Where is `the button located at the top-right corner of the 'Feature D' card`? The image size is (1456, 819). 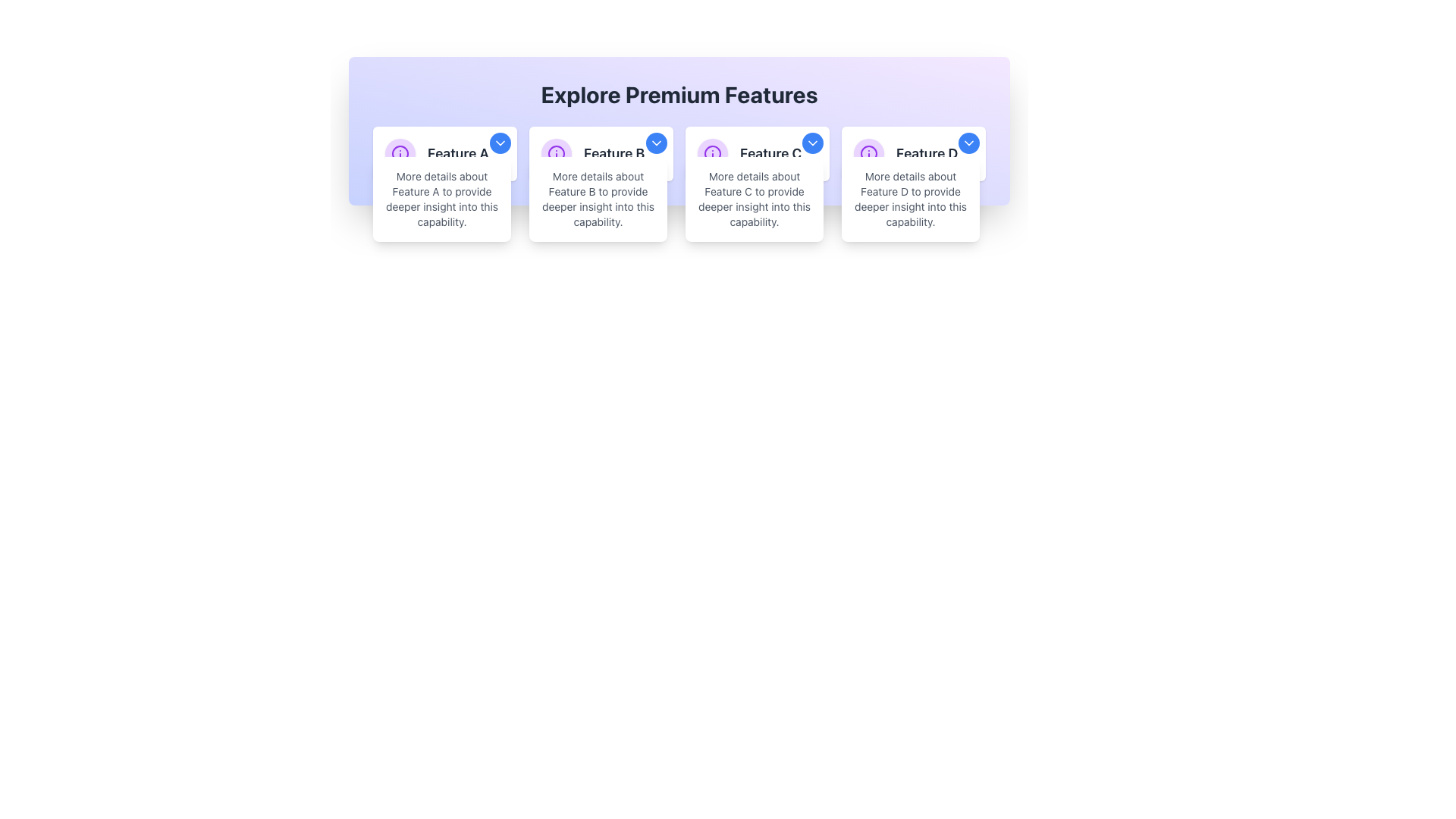
the button located at the top-right corner of the 'Feature D' card is located at coordinates (968, 143).